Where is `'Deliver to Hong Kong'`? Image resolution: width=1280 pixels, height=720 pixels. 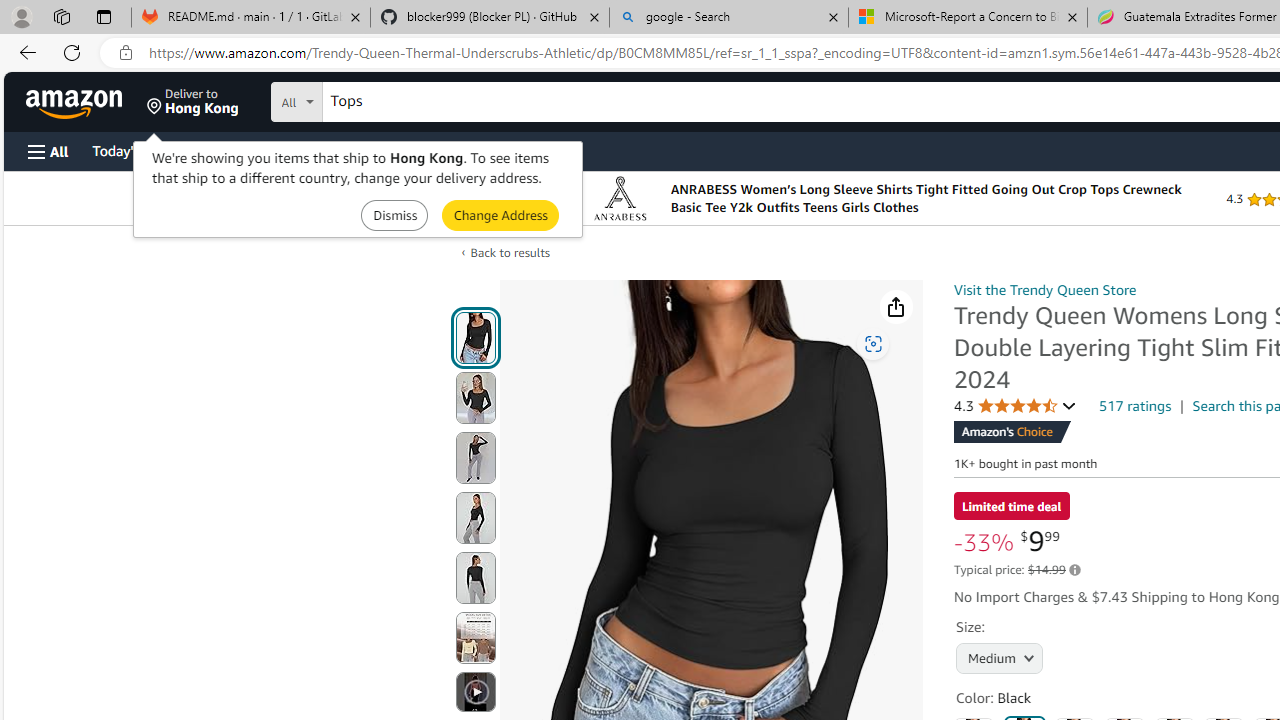
'Deliver to Hong Kong' is located at coordinates (193, 101).